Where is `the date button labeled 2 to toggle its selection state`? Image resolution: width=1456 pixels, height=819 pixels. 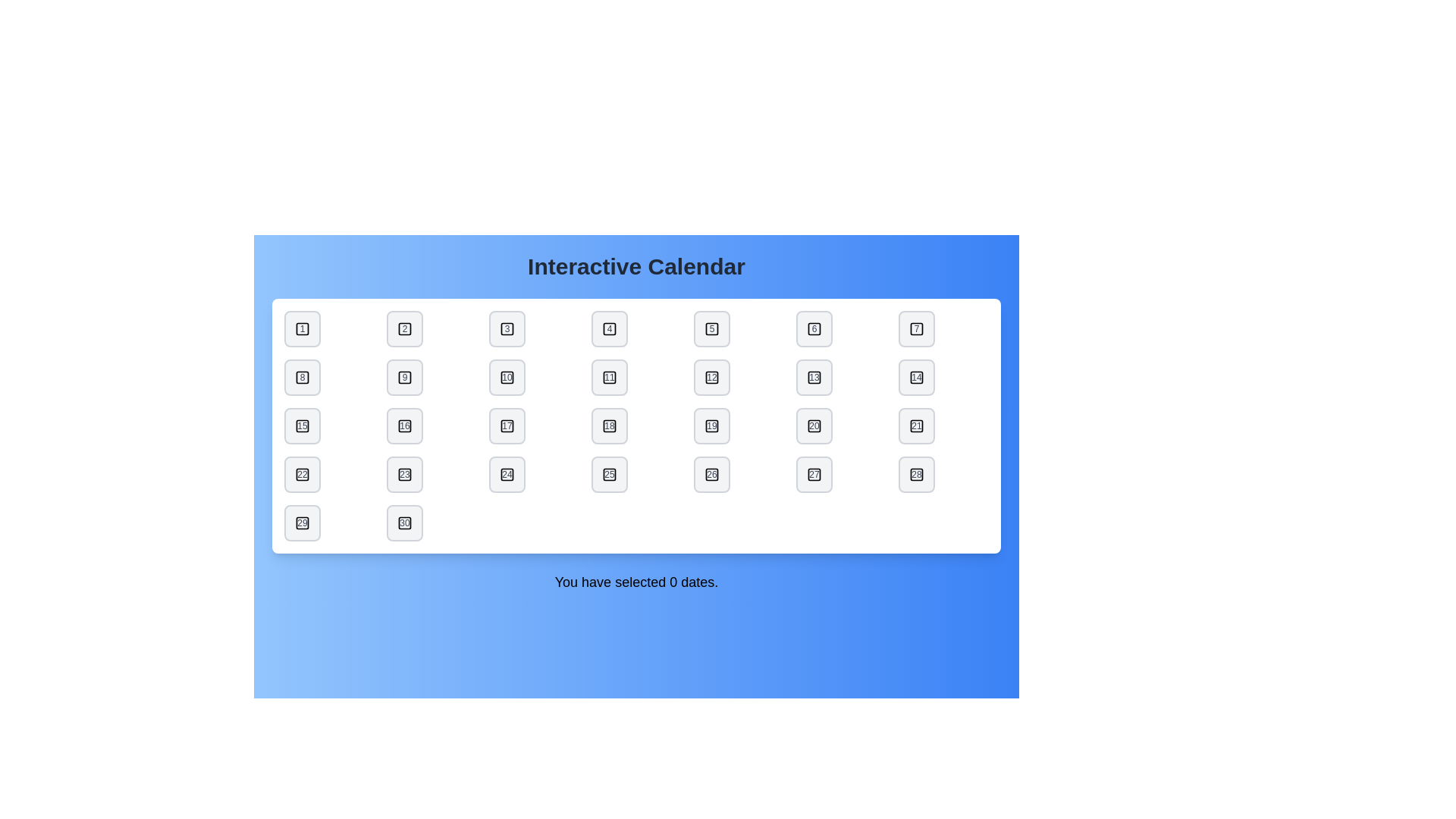
the date button labeled 2 to toggle its selection state is located at coordinates (404, 328).